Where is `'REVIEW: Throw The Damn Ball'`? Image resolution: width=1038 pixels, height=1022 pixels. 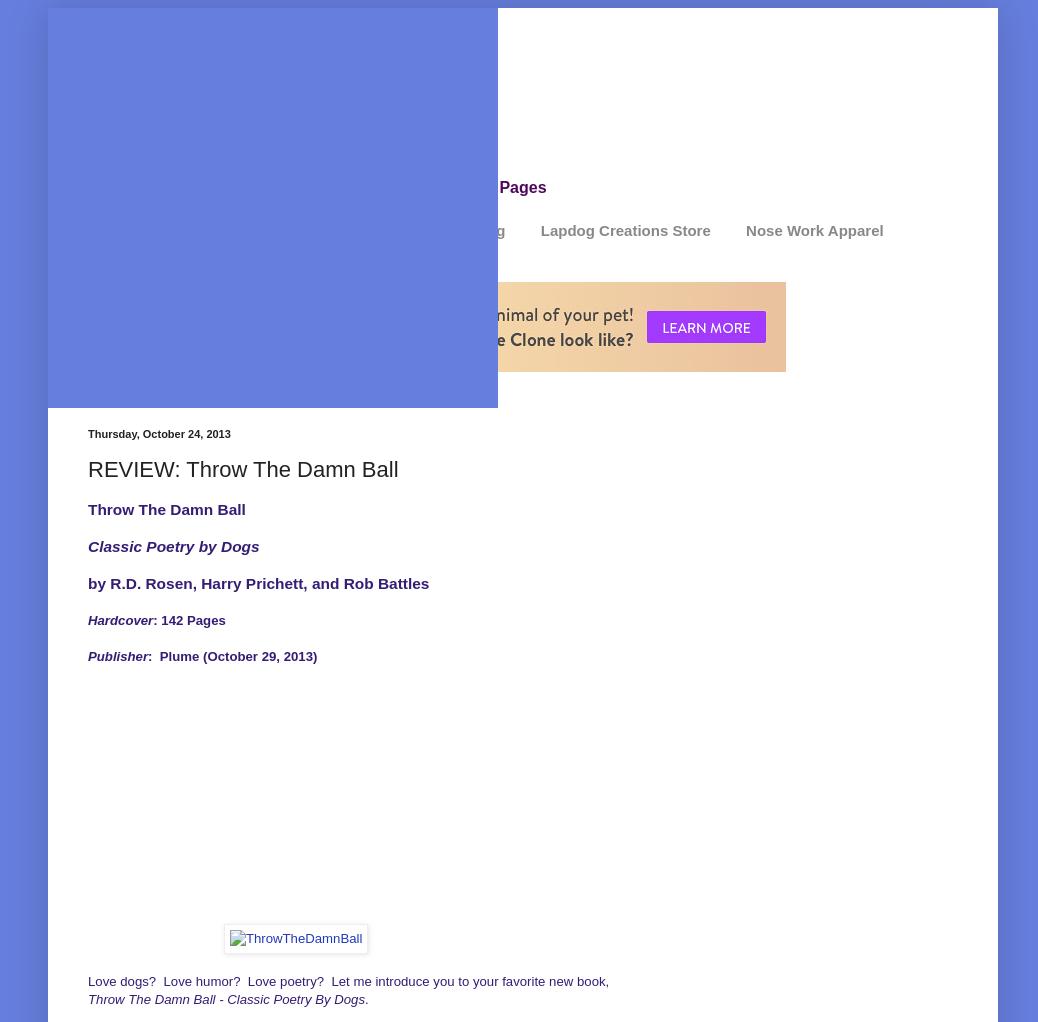 'REVIEW: Throw The Damn Ball' is located at coordinates (241, 467).